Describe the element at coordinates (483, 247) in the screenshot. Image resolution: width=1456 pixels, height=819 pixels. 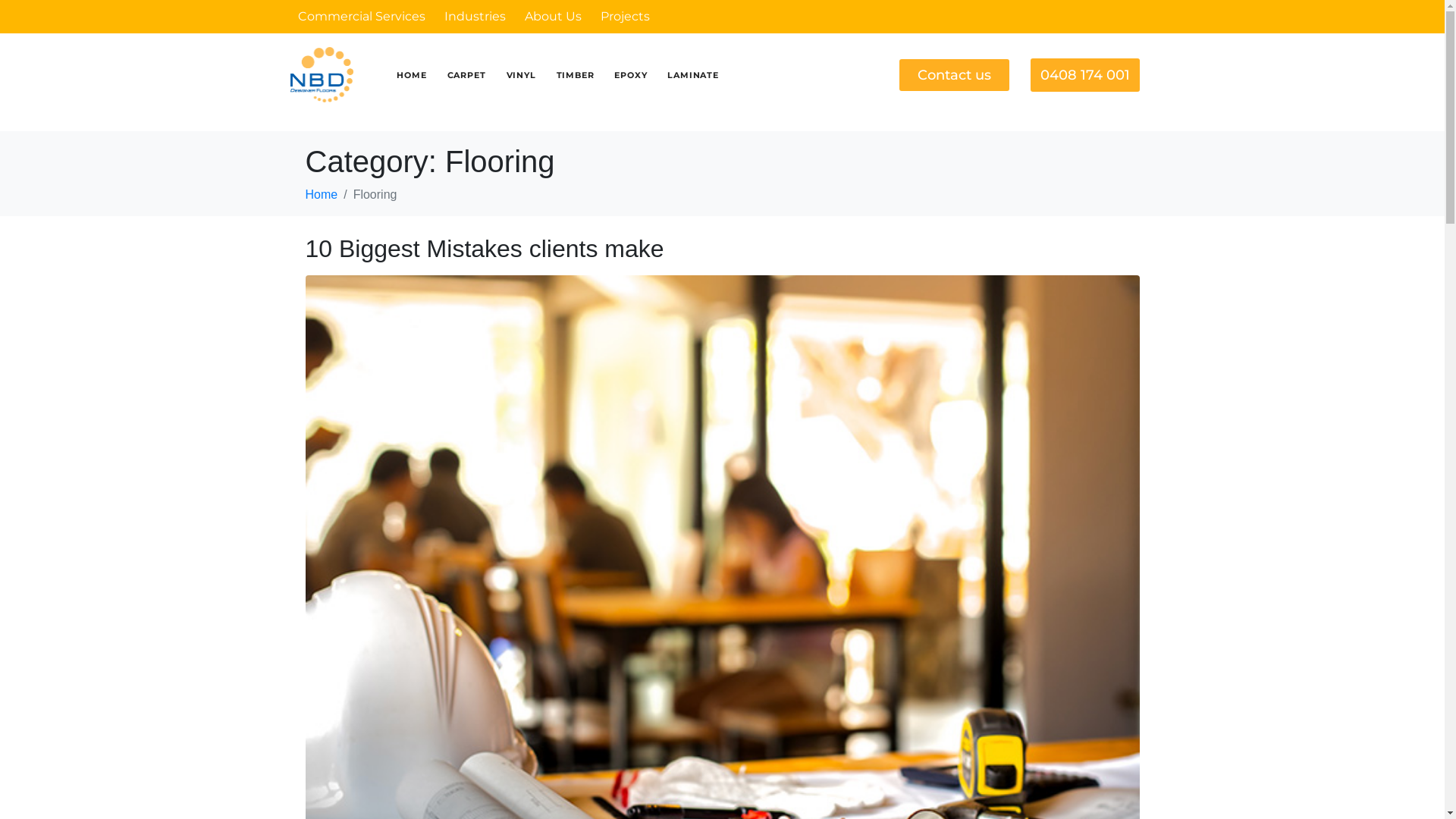
I see `'10 Biggest Mistakes clients make'` at that location.